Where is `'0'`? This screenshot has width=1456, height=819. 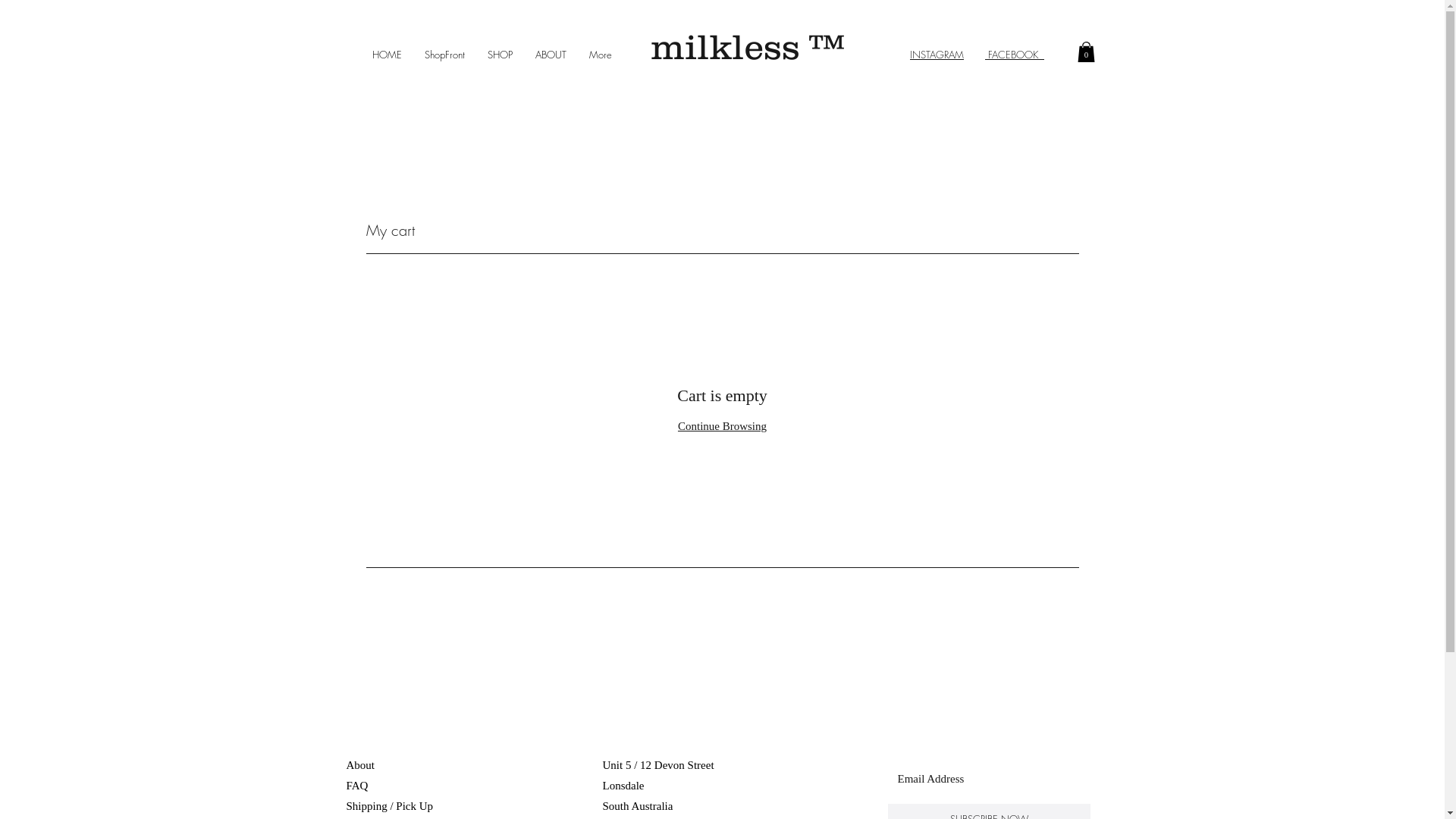
'0' is located at coordinates (1084, 51).